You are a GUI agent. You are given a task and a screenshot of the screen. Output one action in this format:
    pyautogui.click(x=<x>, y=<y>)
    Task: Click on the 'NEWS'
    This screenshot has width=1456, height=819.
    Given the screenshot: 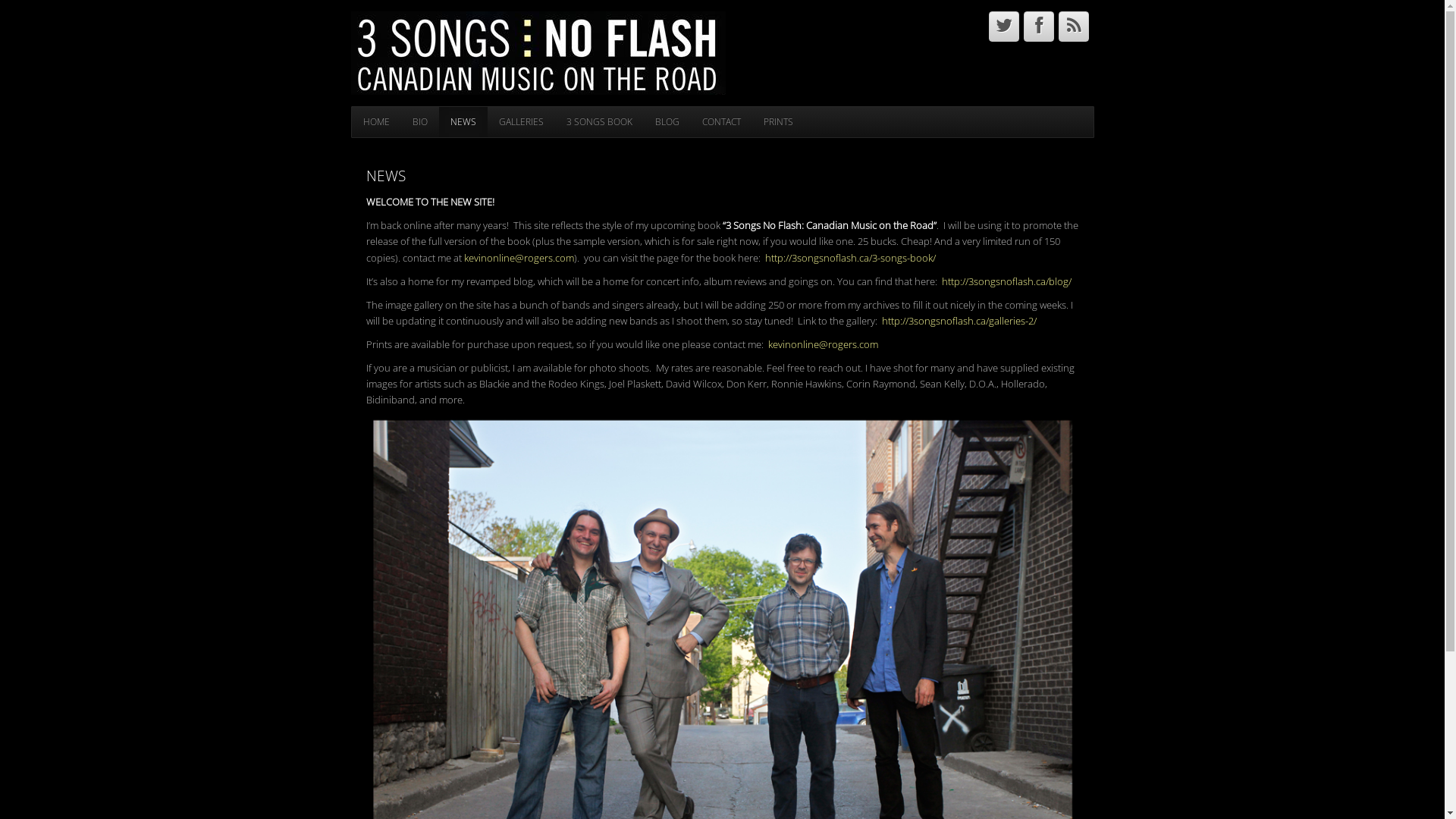 What is the action you would take?
    pyautogui.click(x=437, y=121)
    